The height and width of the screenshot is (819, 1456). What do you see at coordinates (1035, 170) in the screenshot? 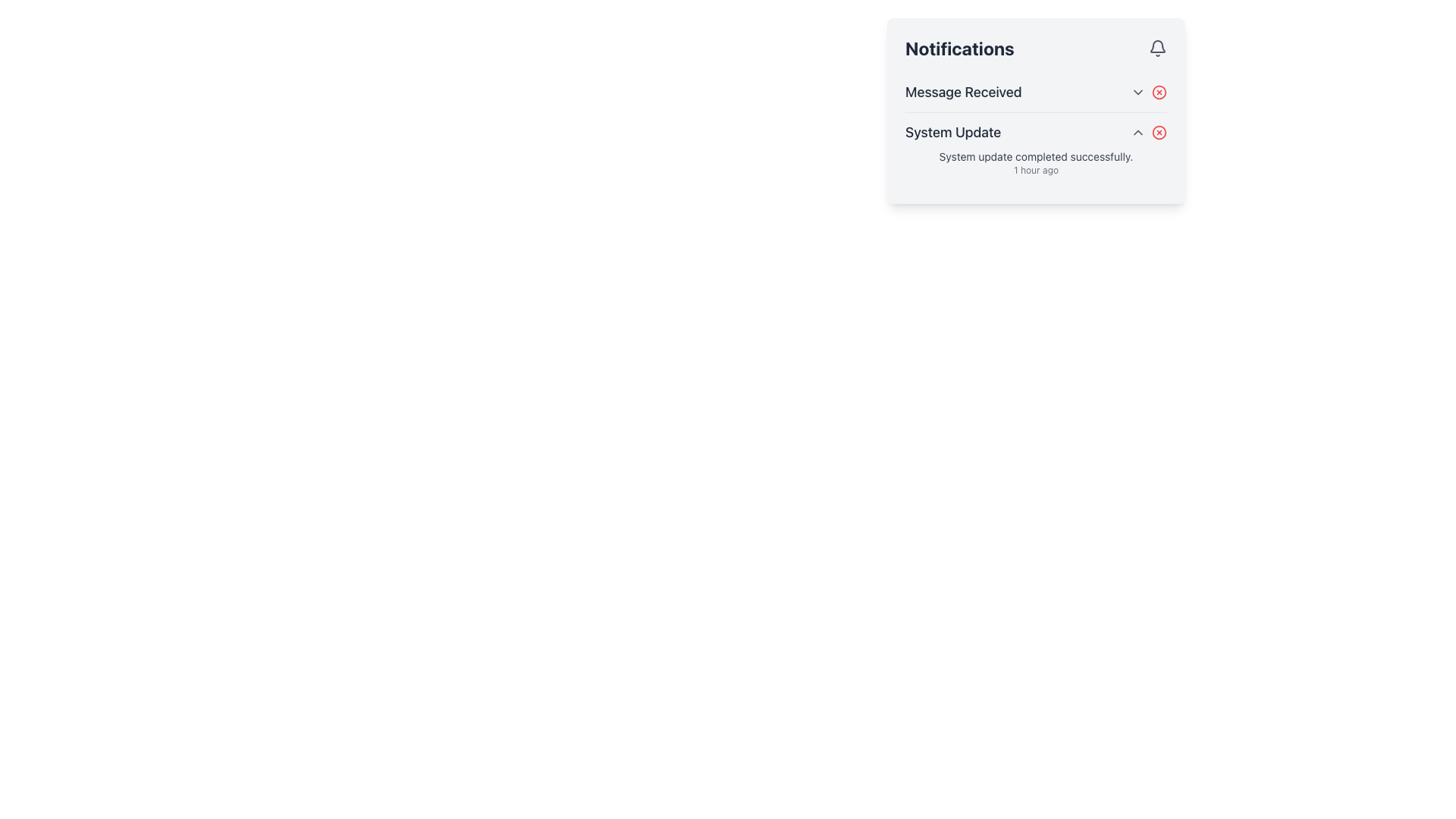
I see `the timestamp text label that indicates when the 'System Update' notification occurred` at bounding box center [1035, 170].